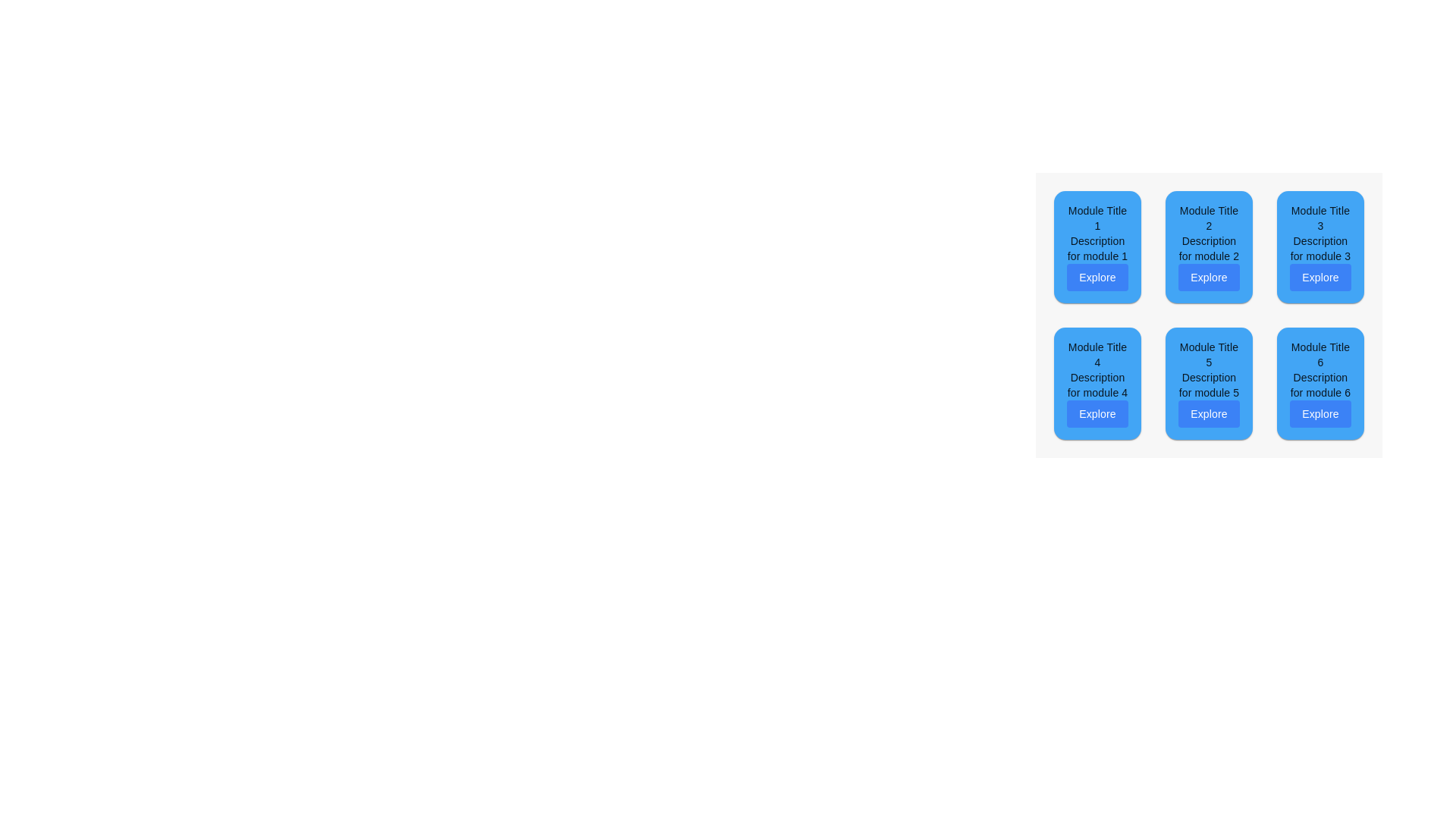  What do you see at coordinates (1097, 248) in the screenshot?
I see `the static text content that reads 'Description for module 1', which is centrally aligned on a blue background and positioned below 'Module Title 1' and above the 'Explore' button` at bounding box center [1097, 248].